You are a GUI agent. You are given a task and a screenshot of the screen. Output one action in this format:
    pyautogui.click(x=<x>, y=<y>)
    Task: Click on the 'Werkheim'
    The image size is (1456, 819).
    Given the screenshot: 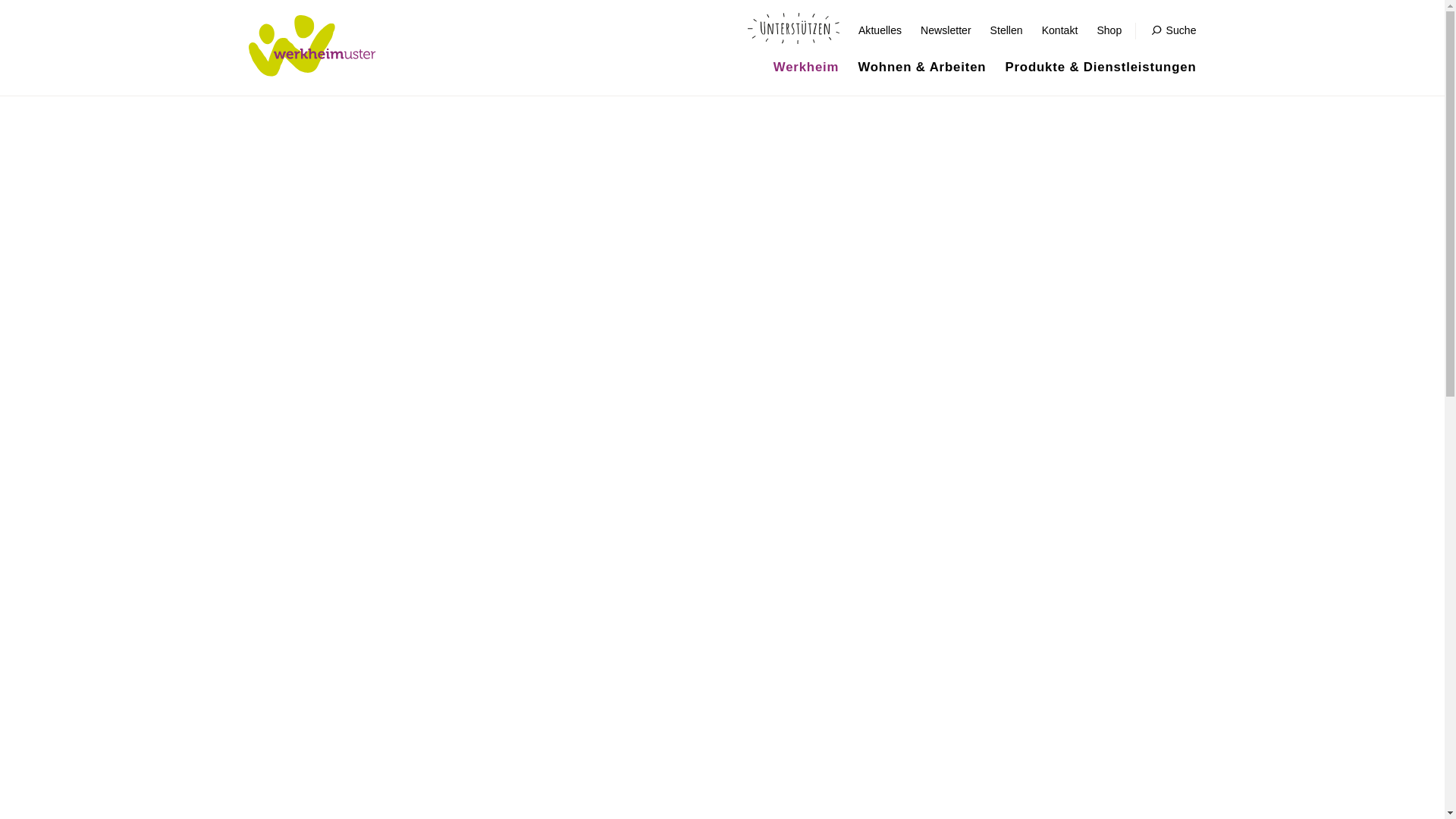 What is the action you would take?
    pyautogui.click(x=805, y=66)
    